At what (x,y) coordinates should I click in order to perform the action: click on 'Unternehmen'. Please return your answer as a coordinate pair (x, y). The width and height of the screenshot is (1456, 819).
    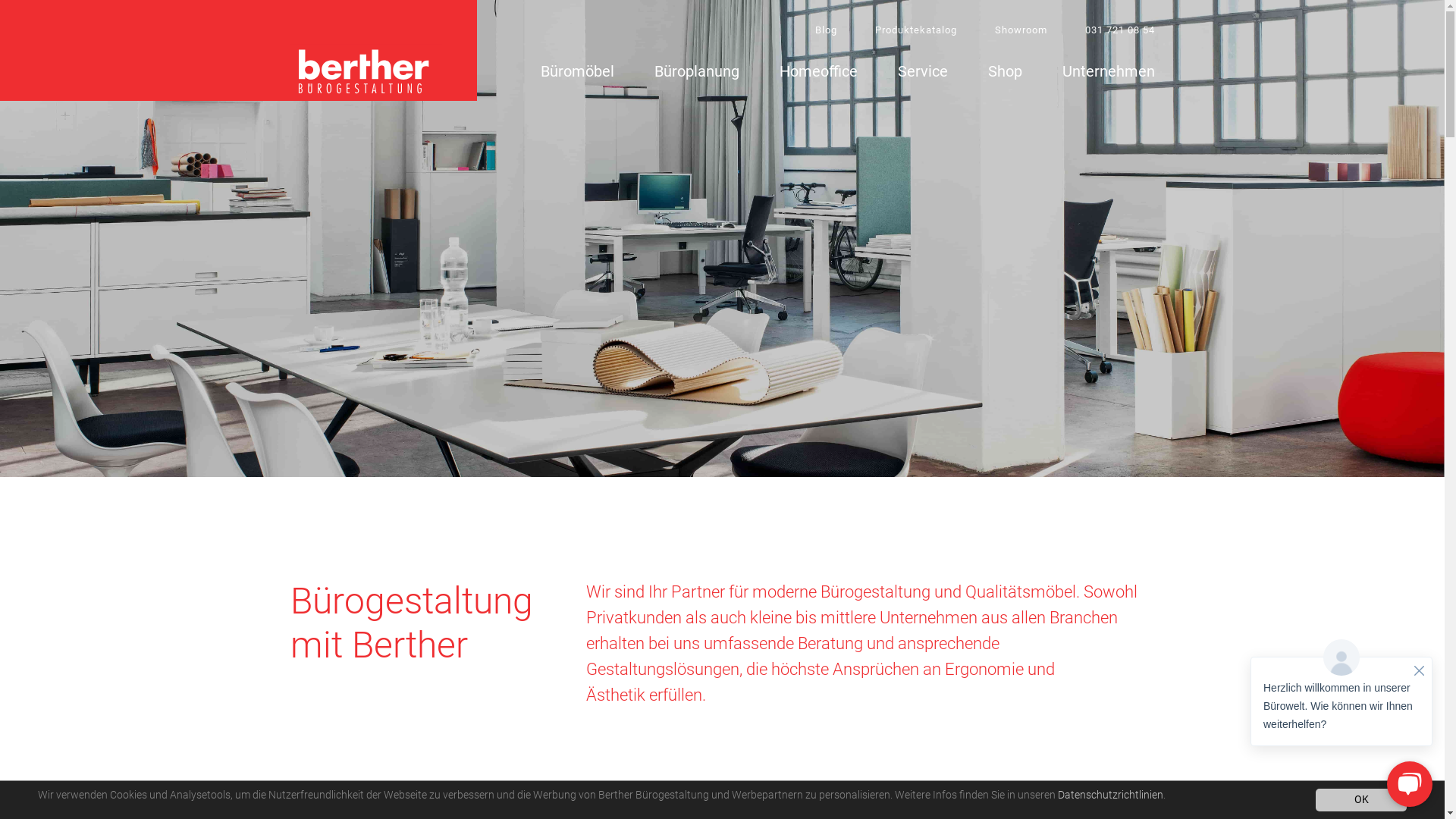
    Looking at the image, I should click on (1061, 74).